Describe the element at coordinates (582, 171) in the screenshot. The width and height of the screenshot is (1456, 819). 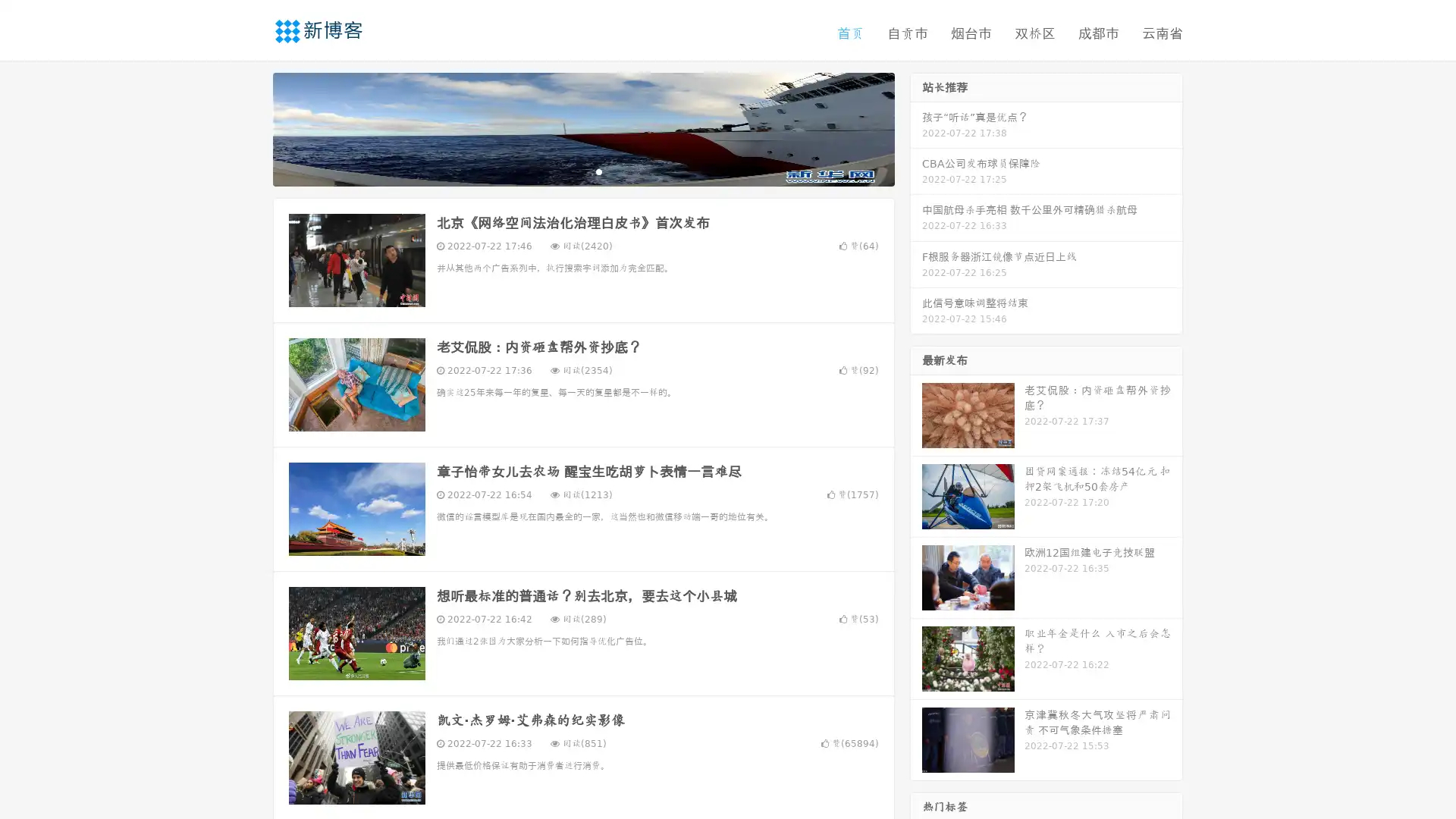
I see `Go to slide 2` at that location.